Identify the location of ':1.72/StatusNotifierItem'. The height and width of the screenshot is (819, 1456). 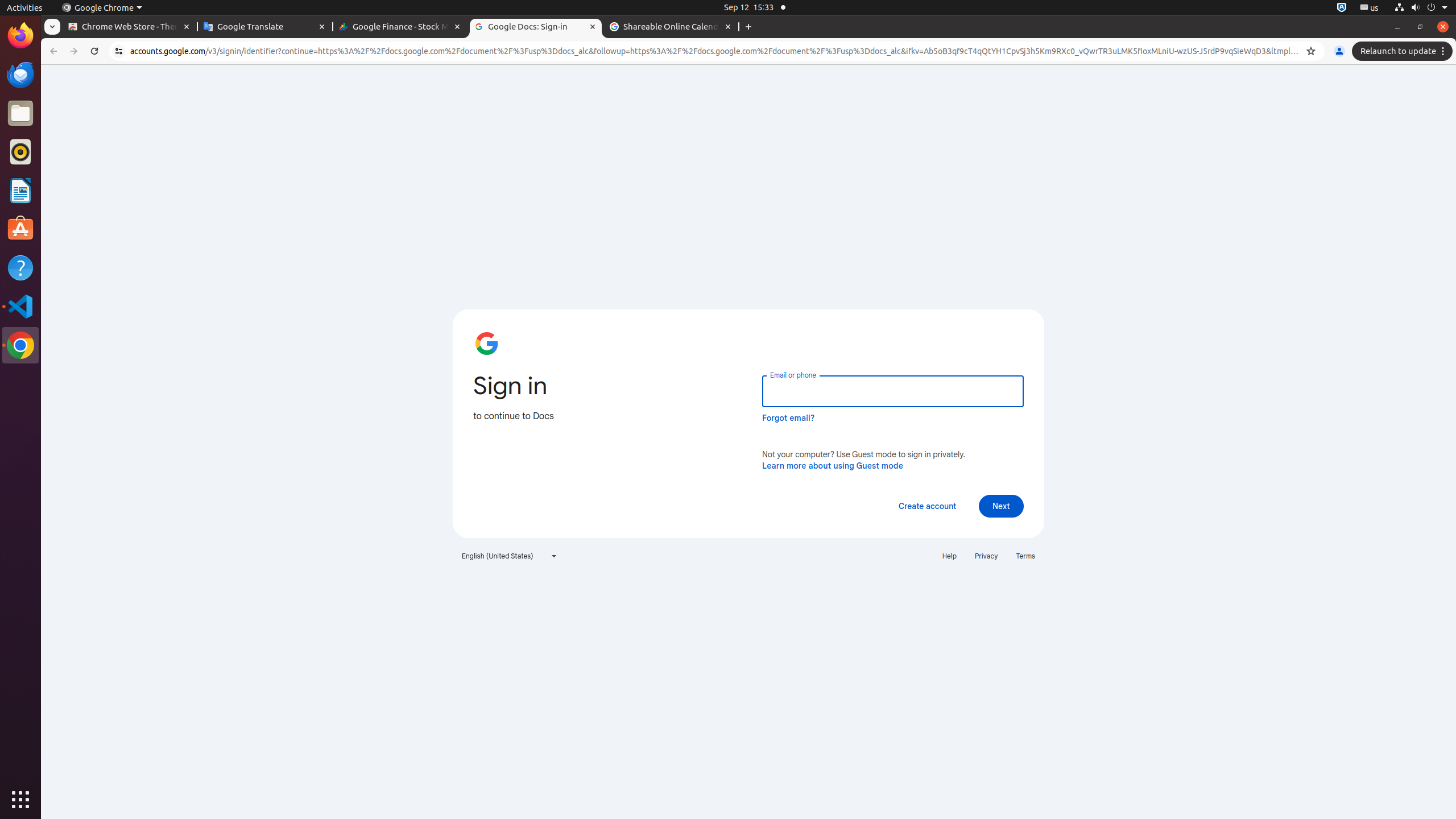
(1342, 7).